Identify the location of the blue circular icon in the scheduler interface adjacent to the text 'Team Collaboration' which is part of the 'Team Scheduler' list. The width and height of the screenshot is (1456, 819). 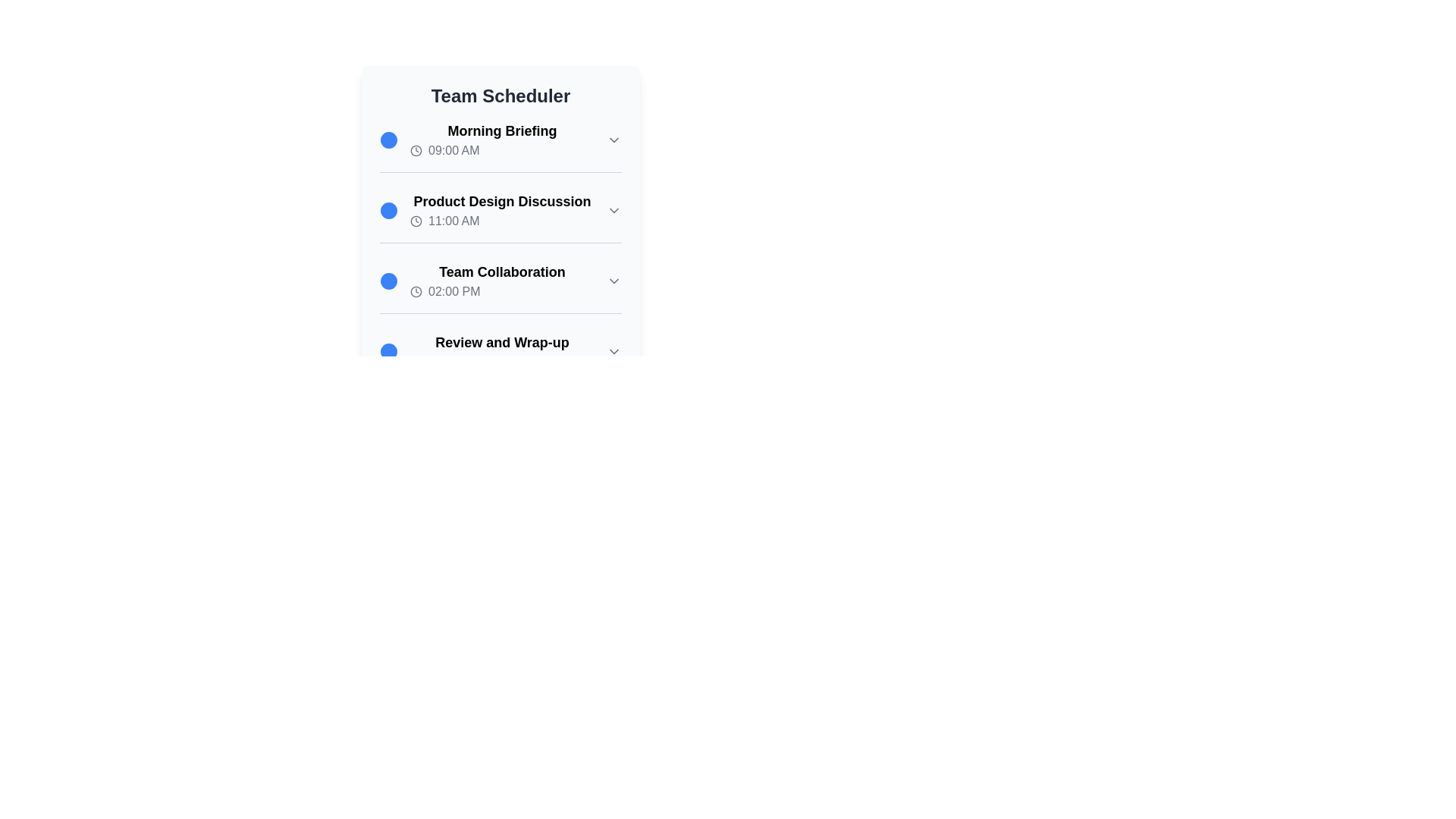
(389, 281).